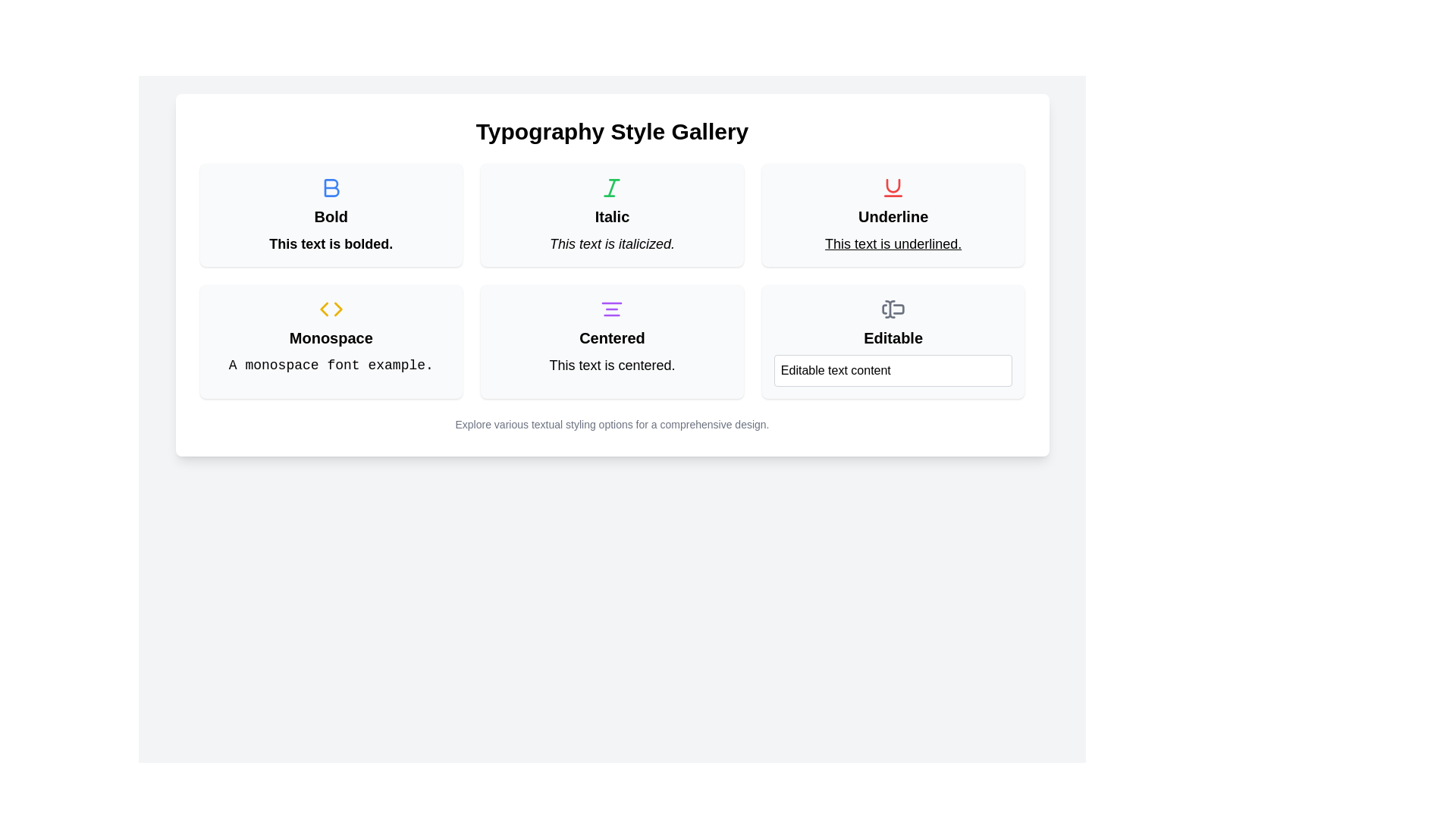  I want to click on the design of the bold text style icon located in the top-left cell of the Typography Style Gallery, above the text labeled 'Bold', so click(331, 187).